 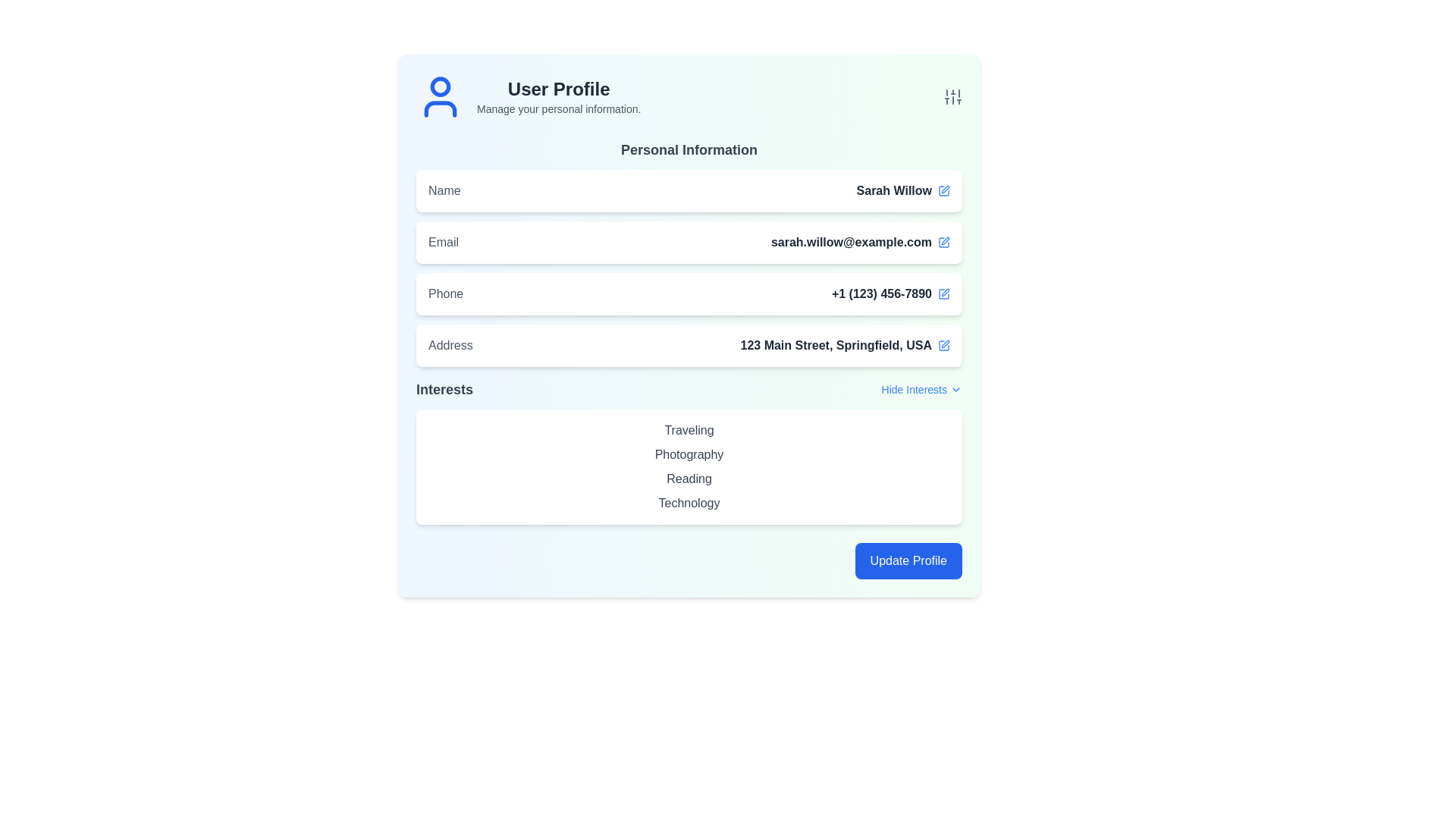 What do you see at coordinates (943, 190) in the screenshot?
I see `the edit icon button located in the 'Personal Information' section, immediately to the right of the 'Name' row for the user 'Sarah Willow'` at bounding box center [943, 190].